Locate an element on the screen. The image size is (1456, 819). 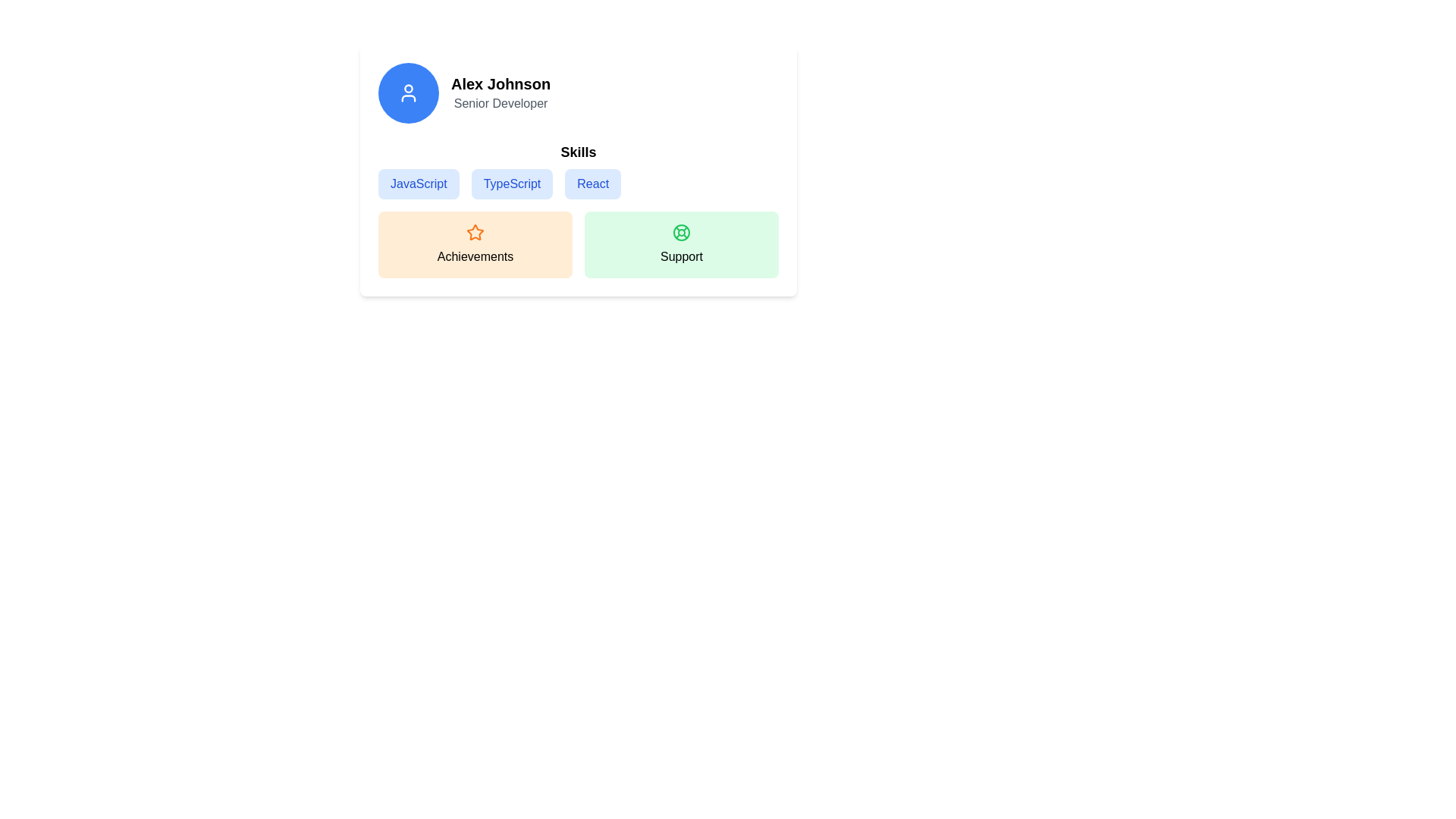
the star icon outlined in orange with an empty fill, located in the 'Achievements' section with a light orange background is located at coordinates (475, 232).